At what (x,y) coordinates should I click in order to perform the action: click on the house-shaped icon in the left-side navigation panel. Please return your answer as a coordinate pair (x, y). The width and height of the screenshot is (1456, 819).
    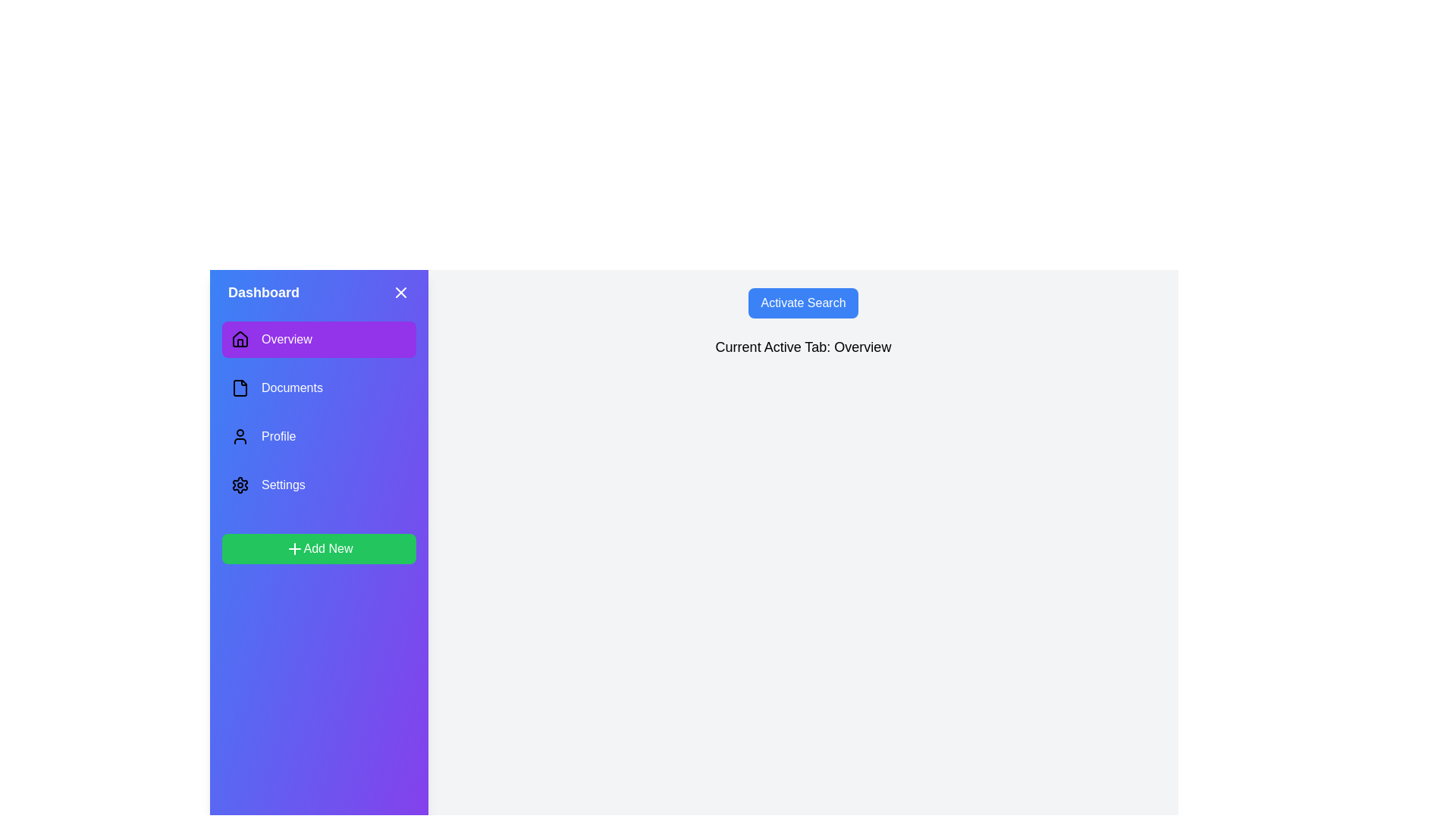
    Looking at the image, I should click on (239, 338).